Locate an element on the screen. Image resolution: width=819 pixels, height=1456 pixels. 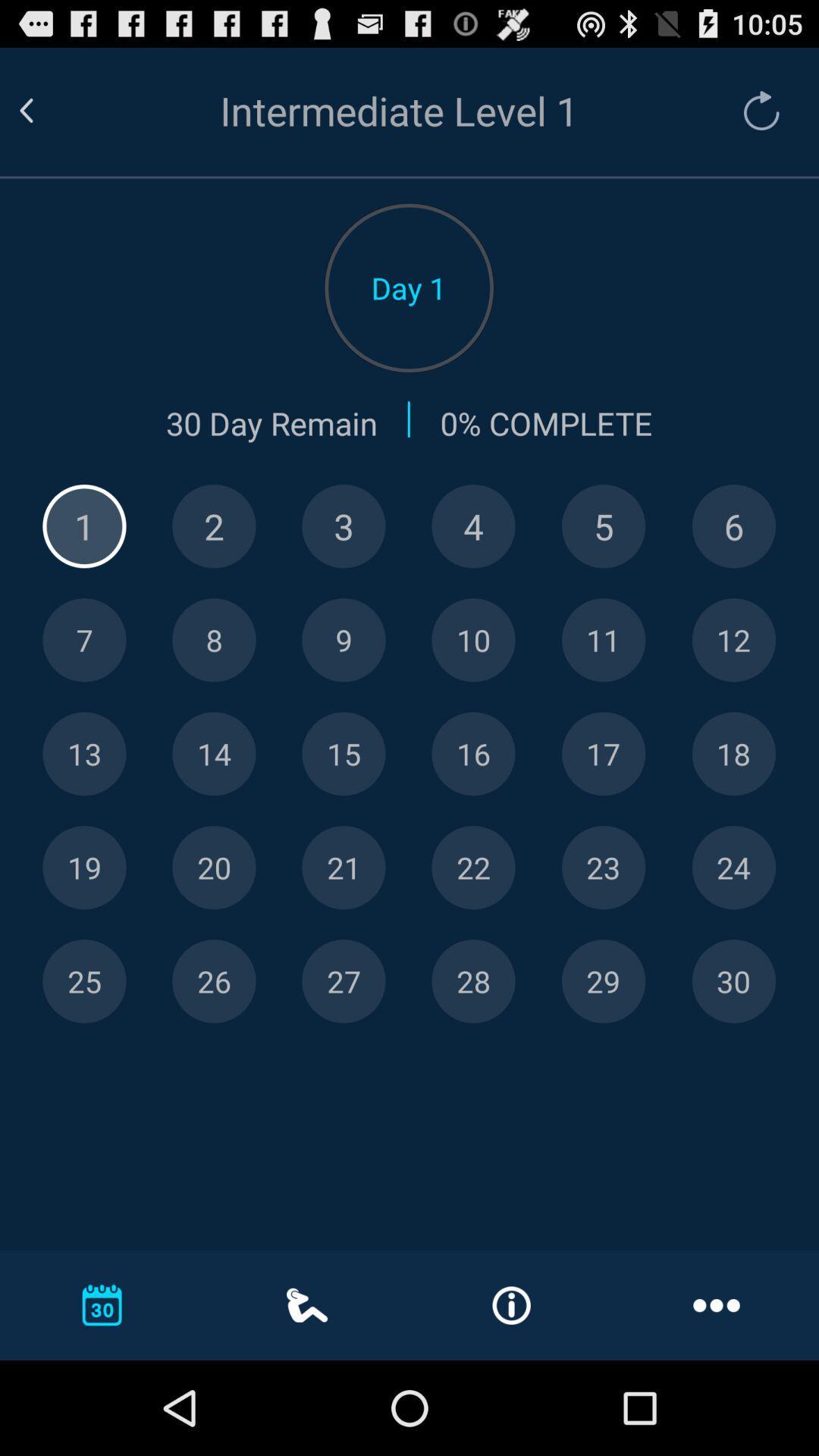
choose 9 is located at coordinates (344, 640).